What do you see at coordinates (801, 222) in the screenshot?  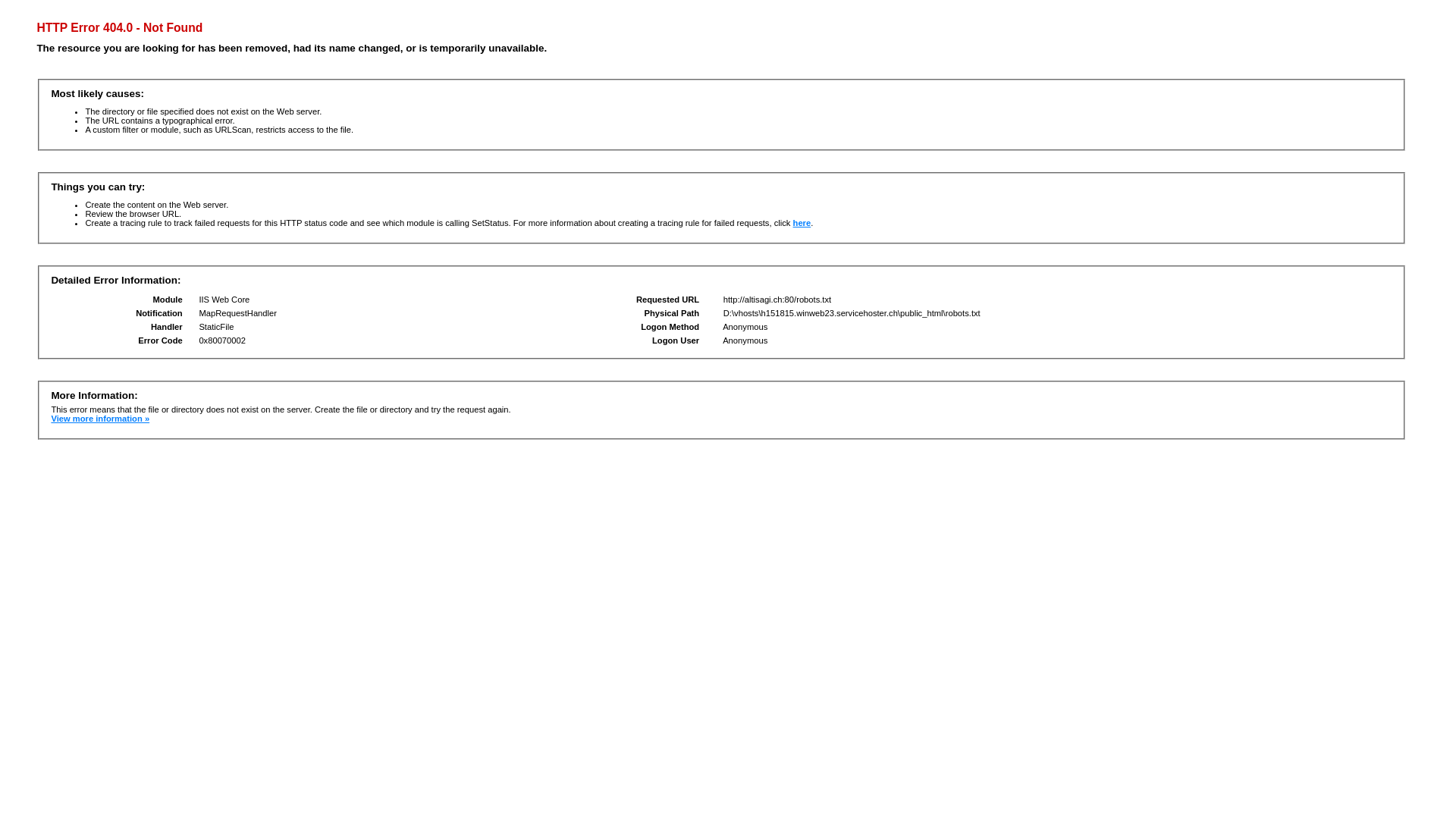 I see `'here'` at bounding box center [801, 222].